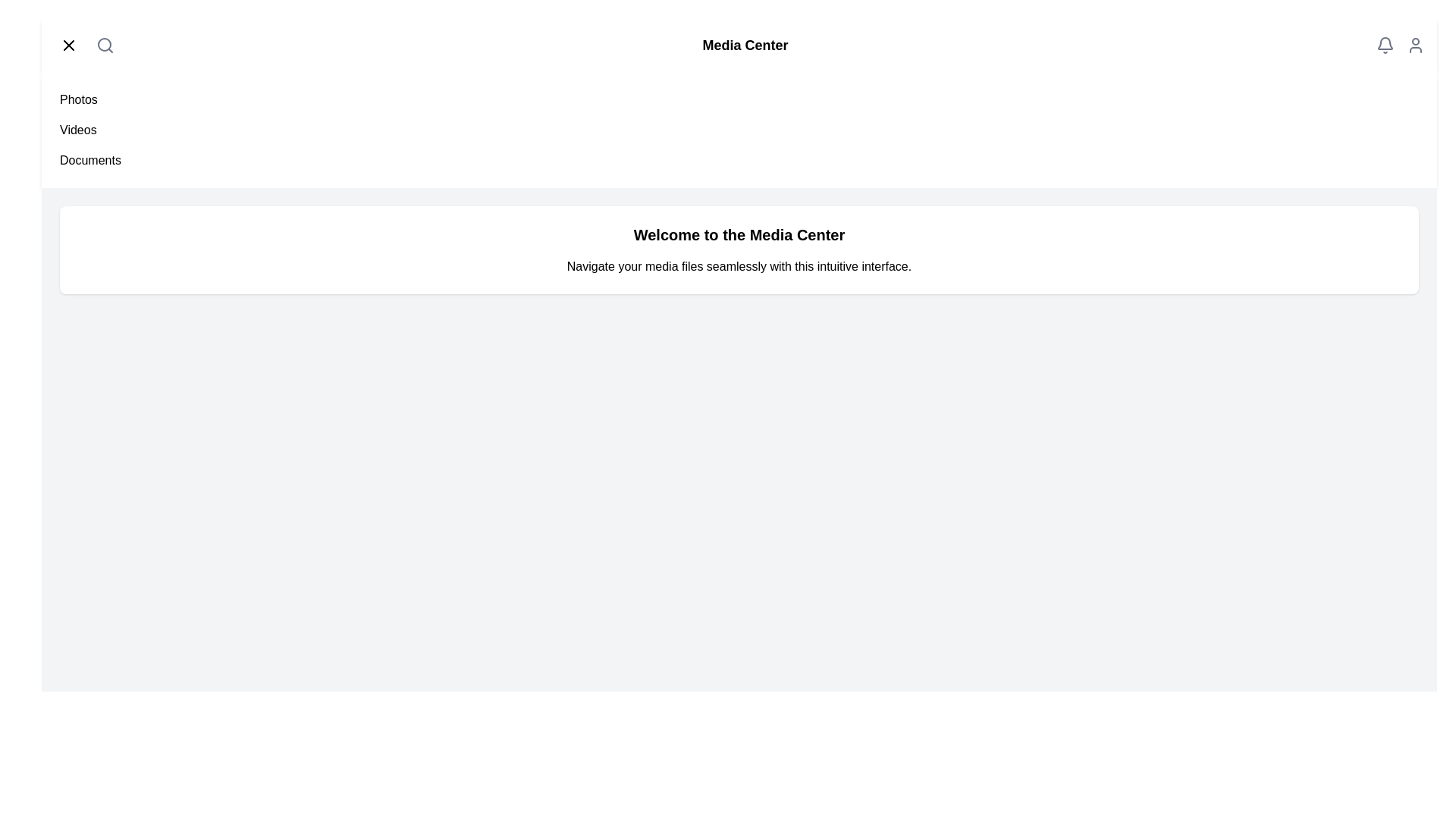  I want to click on the menu item Videos from the side menu, so click(77, 130).